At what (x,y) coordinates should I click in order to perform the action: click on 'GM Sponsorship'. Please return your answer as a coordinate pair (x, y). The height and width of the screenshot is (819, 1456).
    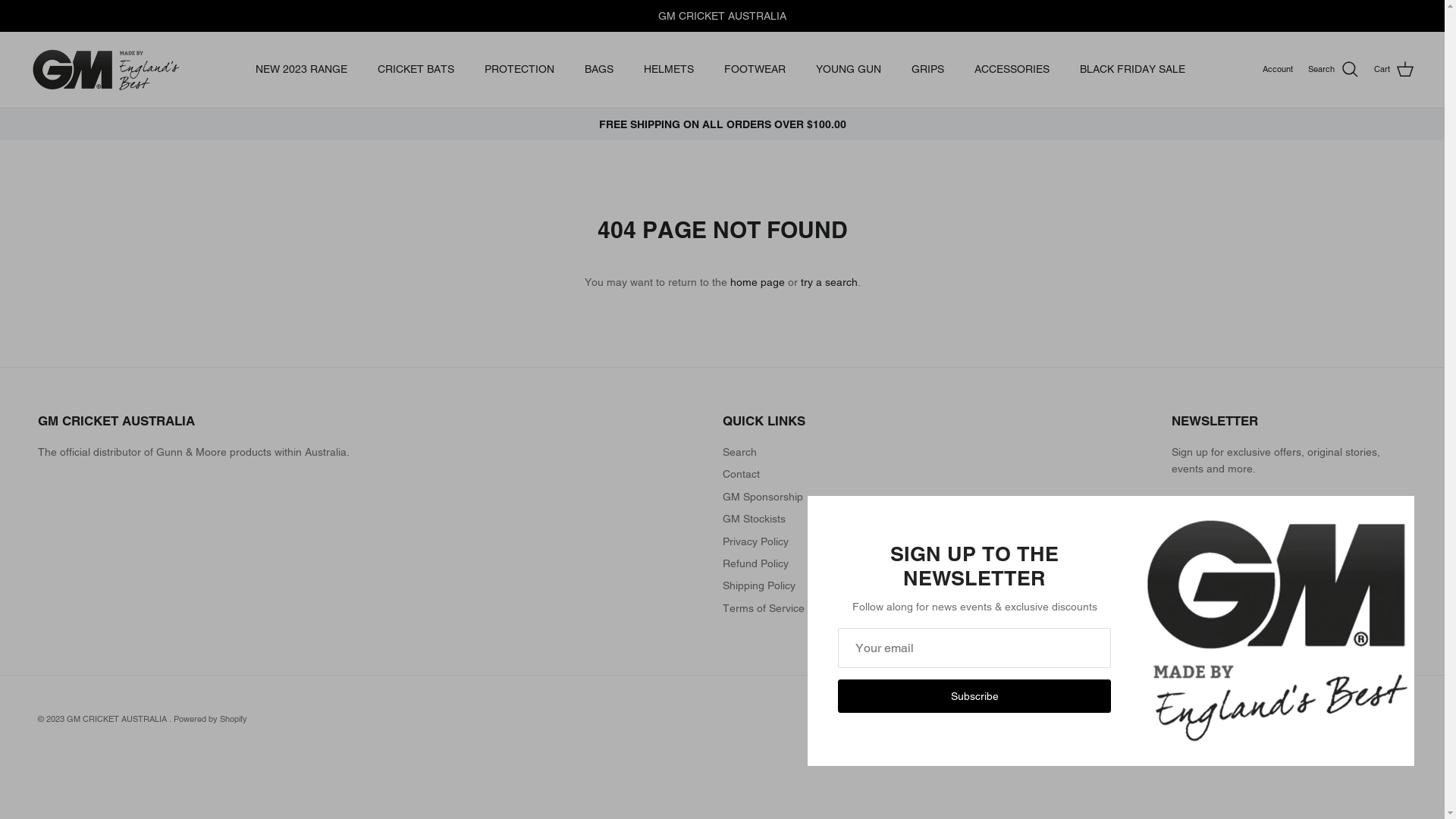
    Looking at the image, I should click on (722, 497).